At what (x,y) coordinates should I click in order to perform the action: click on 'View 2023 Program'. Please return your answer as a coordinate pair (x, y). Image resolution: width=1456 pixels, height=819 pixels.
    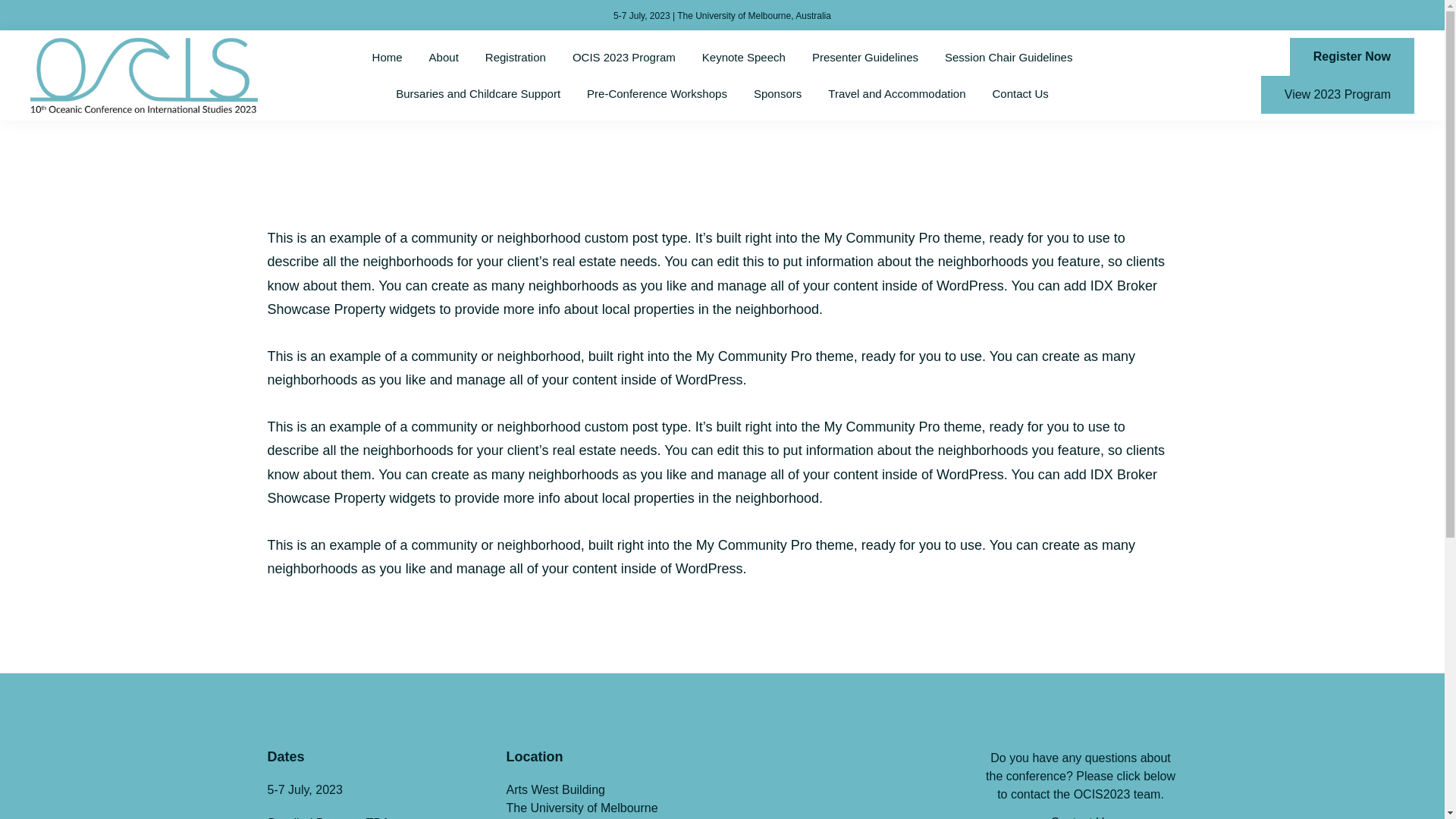
    Looking at the image, I should click on (1337, 94).